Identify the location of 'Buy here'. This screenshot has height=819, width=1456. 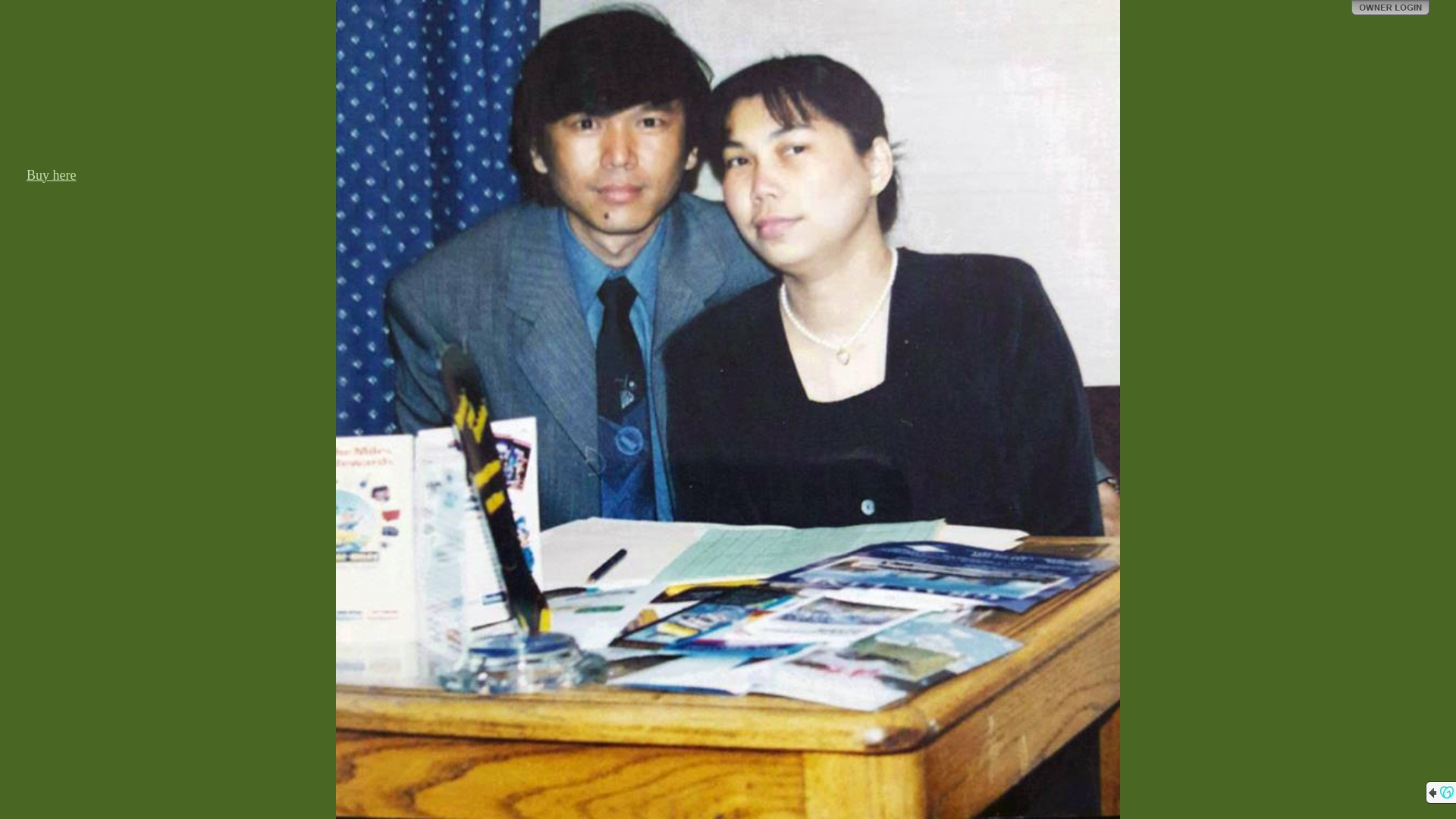
(51, 174).